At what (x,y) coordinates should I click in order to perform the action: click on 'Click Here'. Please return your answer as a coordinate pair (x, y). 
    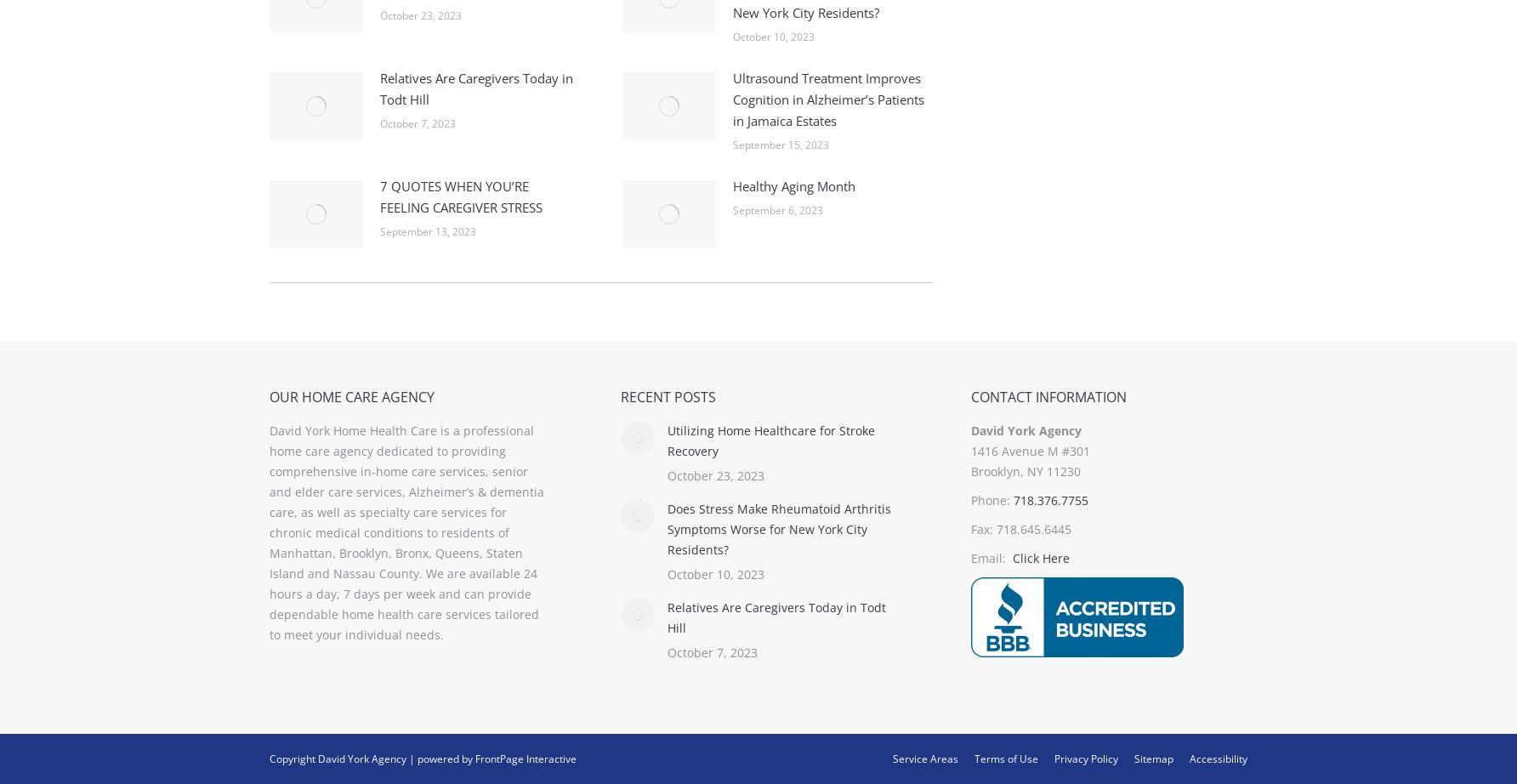
    Looking at the image, I should click on (1012, 558).